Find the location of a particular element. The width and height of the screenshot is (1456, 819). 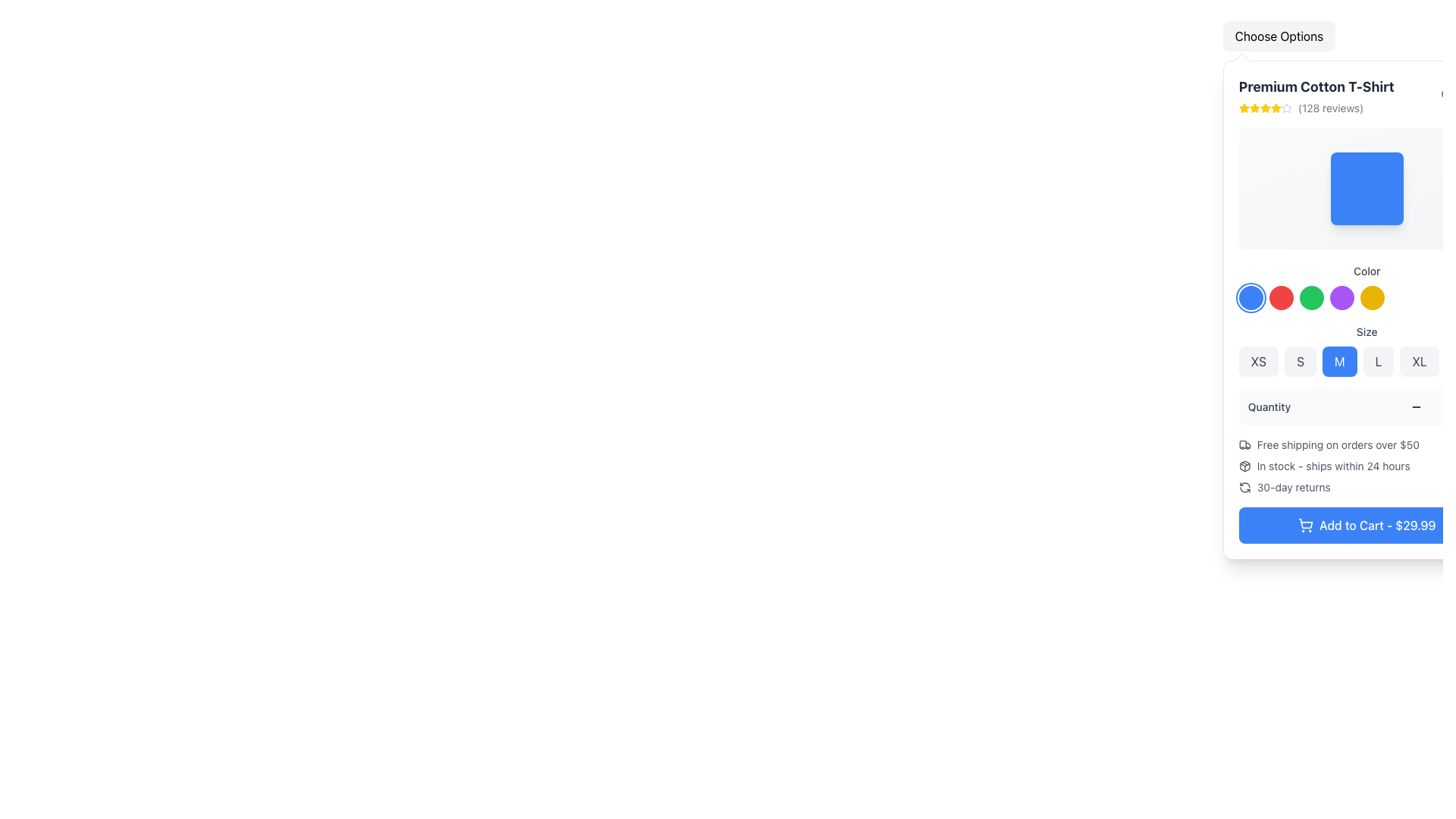

the fifth yellow star-shaped rating icon, which is part of a sequence of six stars, located above the product description 'Premium Cotton T-Shirt' is located at coordinates (1275, 107).